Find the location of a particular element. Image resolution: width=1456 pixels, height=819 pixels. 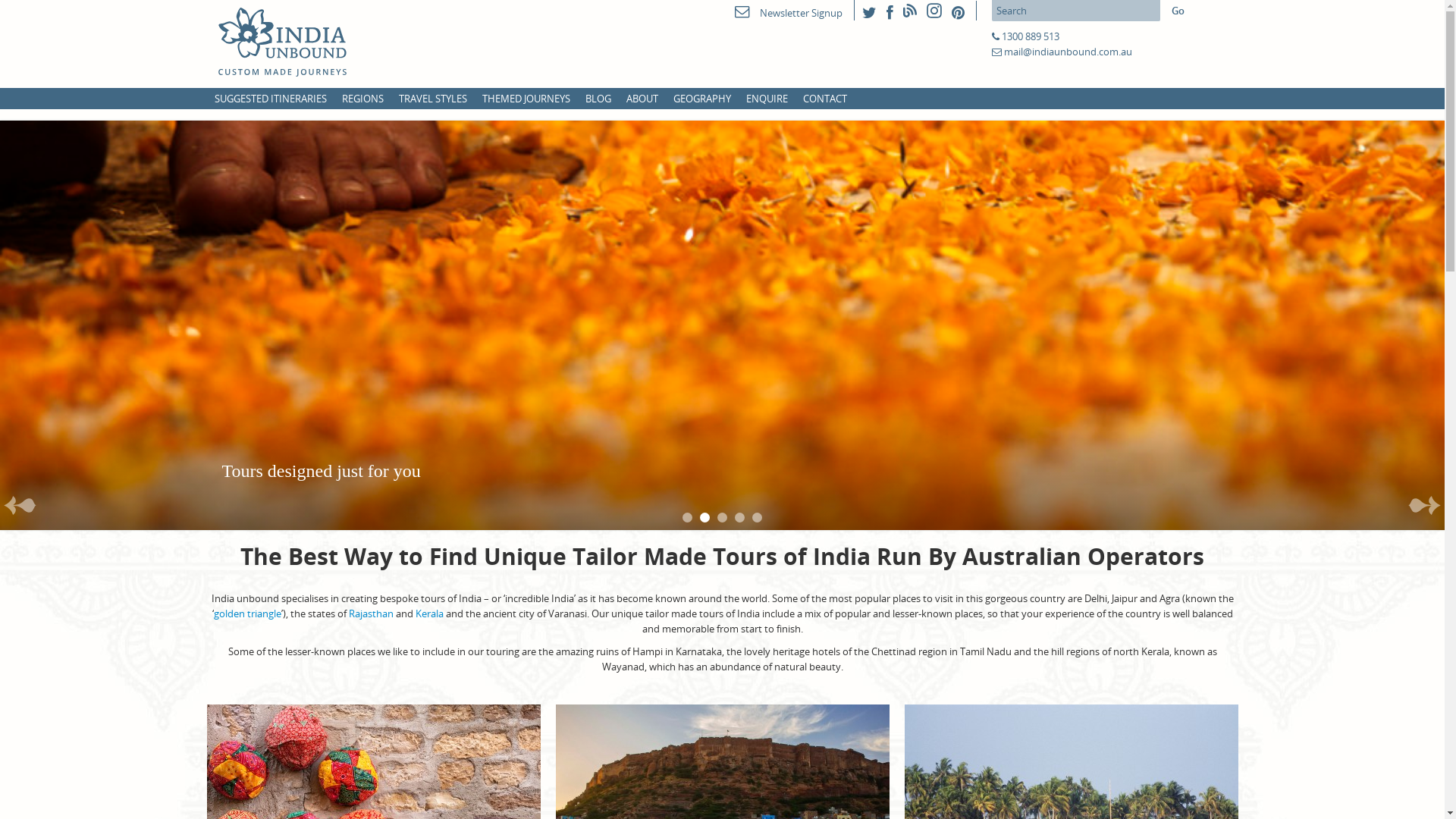

'mail@indiaunbound.com.au' is located at coordinates (1004, 51).